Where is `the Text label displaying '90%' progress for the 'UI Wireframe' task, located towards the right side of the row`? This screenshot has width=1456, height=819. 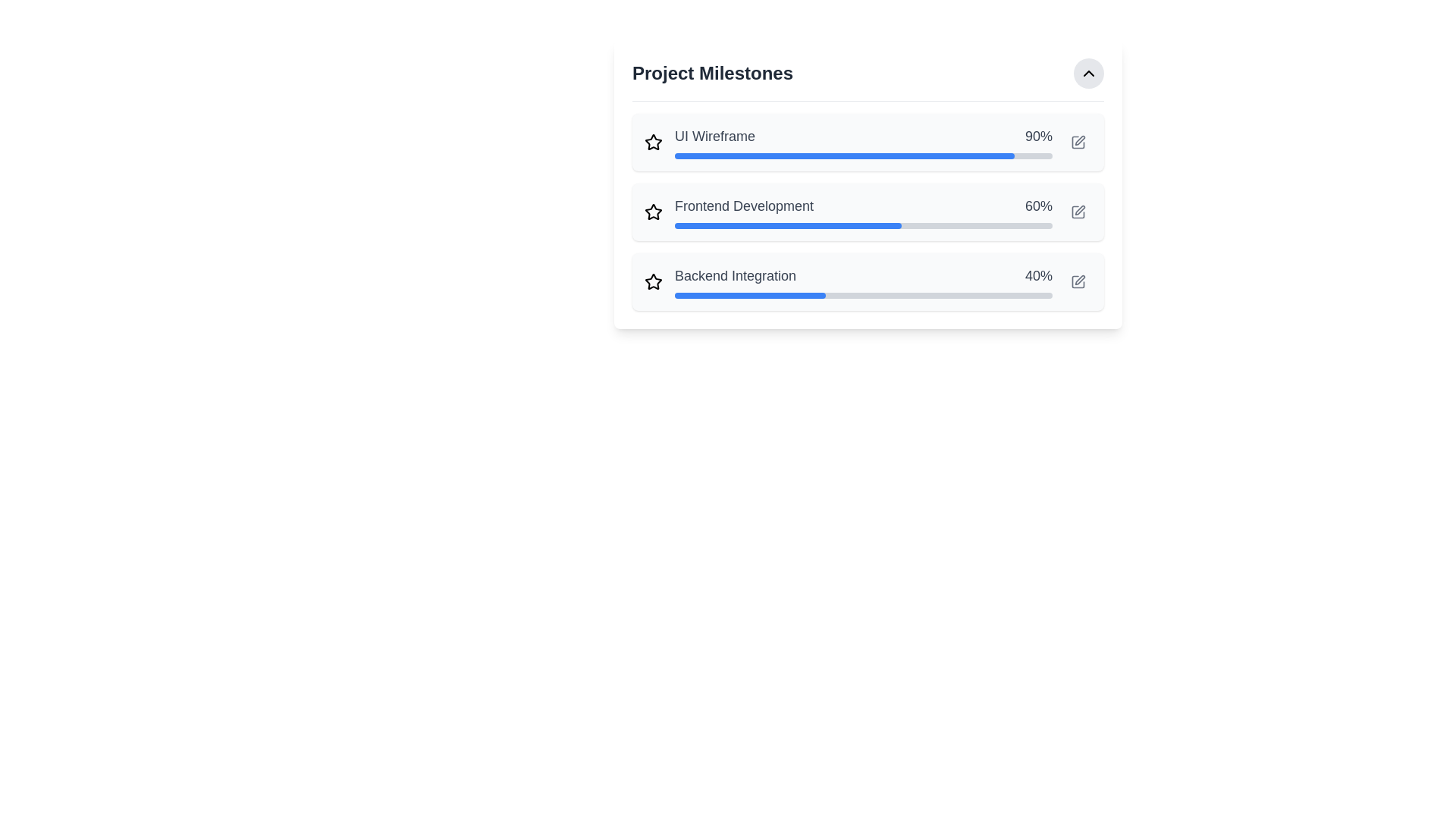
the Text label displaying '90%' progress for the 'UI Wireframe' task, located towards the right side of the row is located at coordinates (1037, 136).